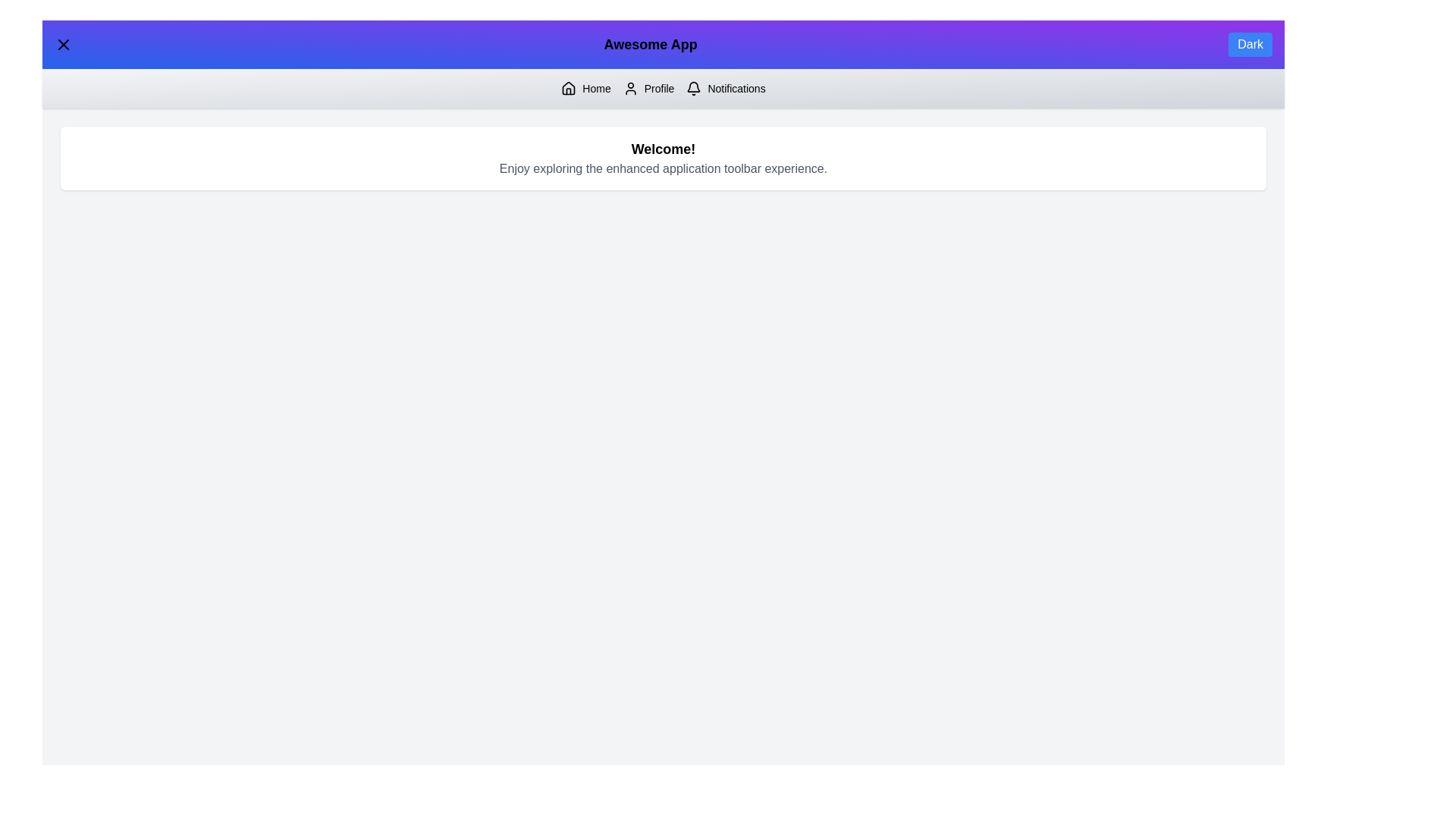 The image size is (1456, 819). What do you see at coordinates (648, 88) in the screenshot?
I see `the 'Profile' button to navigate to the Profile section` at bounding box center [648, 88].